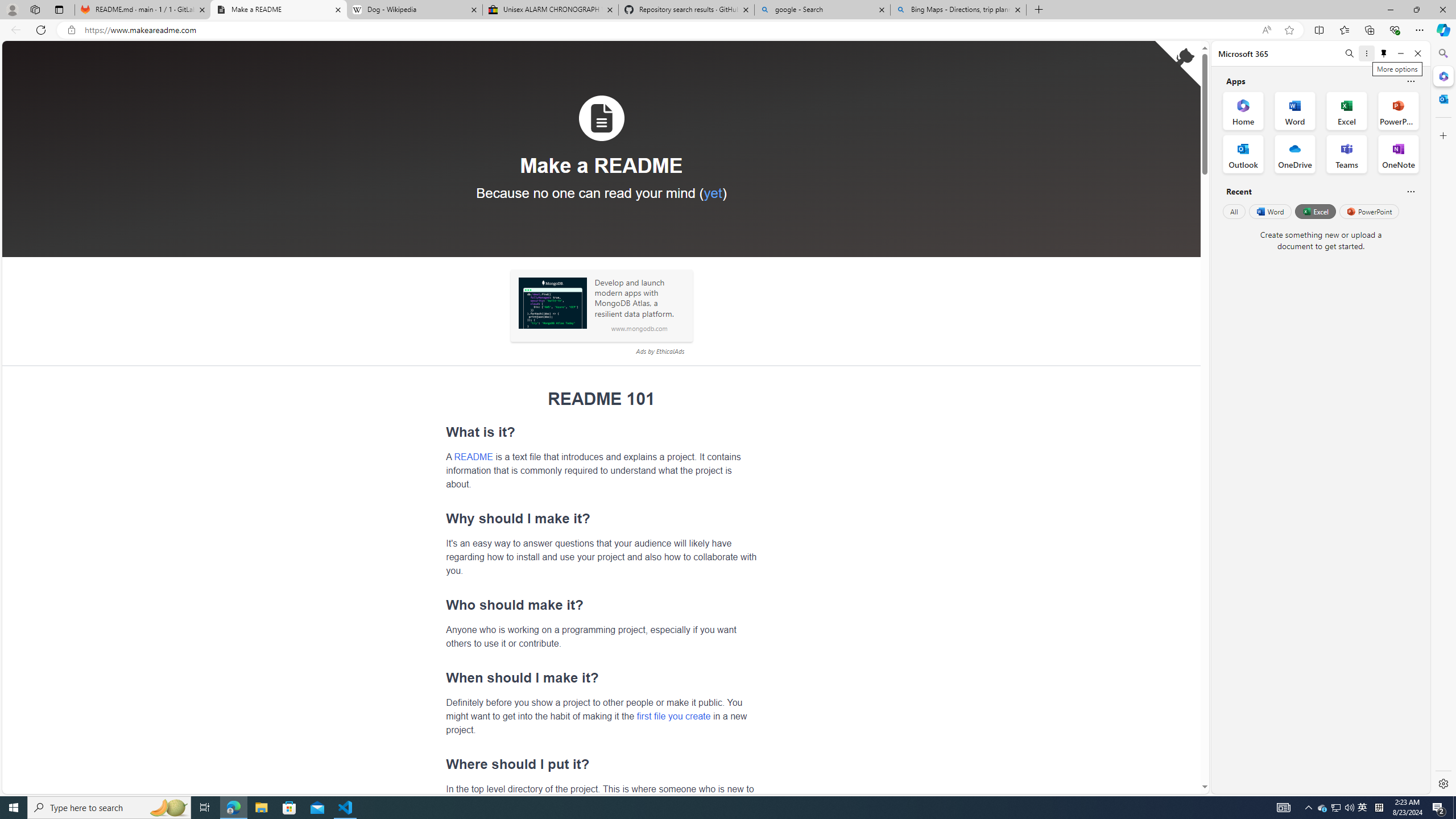 This screenshot has width=1456, height=819. I want to click on 'Excel Office App', so click(1347, 111).